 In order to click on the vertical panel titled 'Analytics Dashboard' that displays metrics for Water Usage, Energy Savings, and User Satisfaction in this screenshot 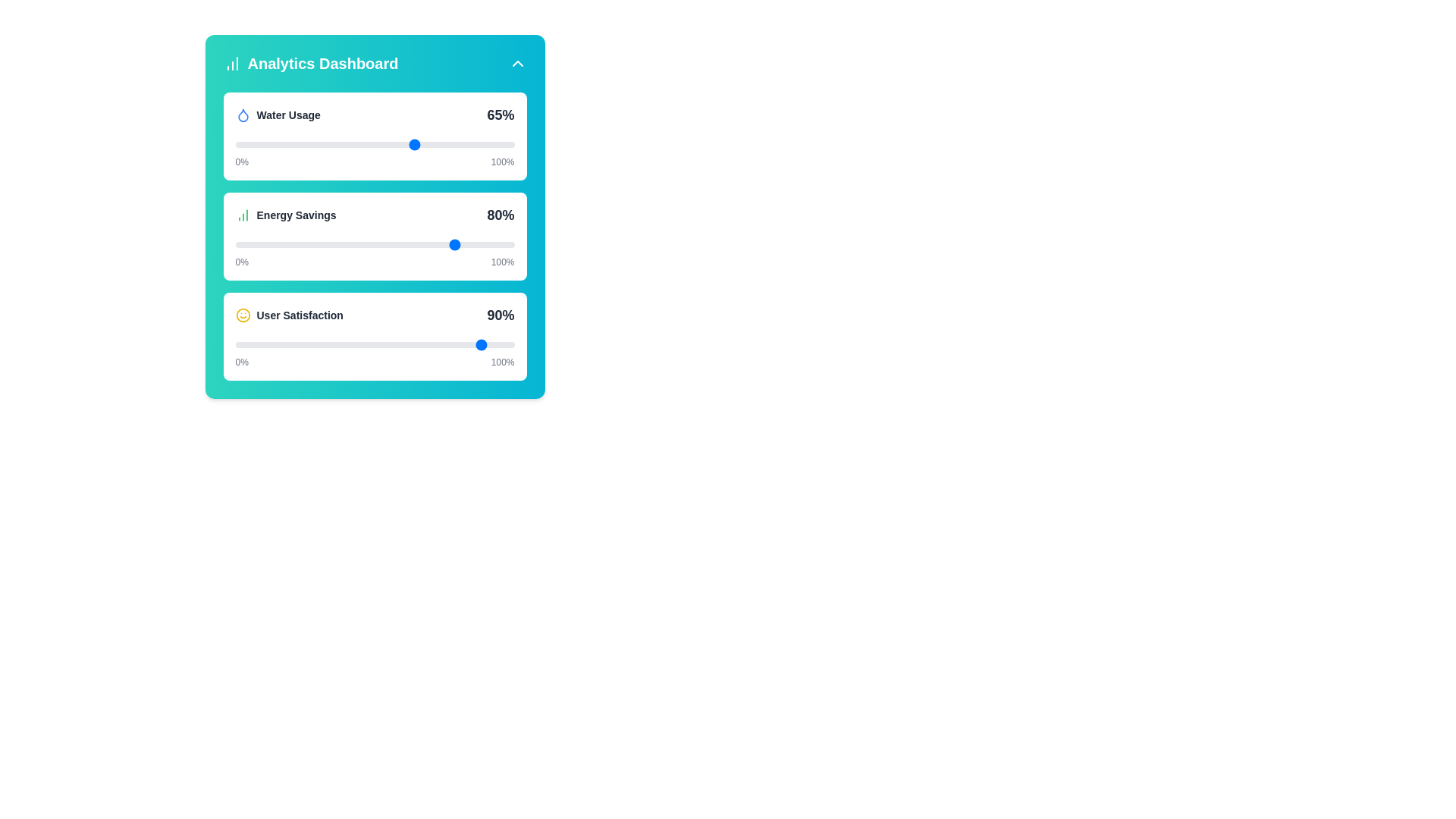, I will do `click(375, 216)`.